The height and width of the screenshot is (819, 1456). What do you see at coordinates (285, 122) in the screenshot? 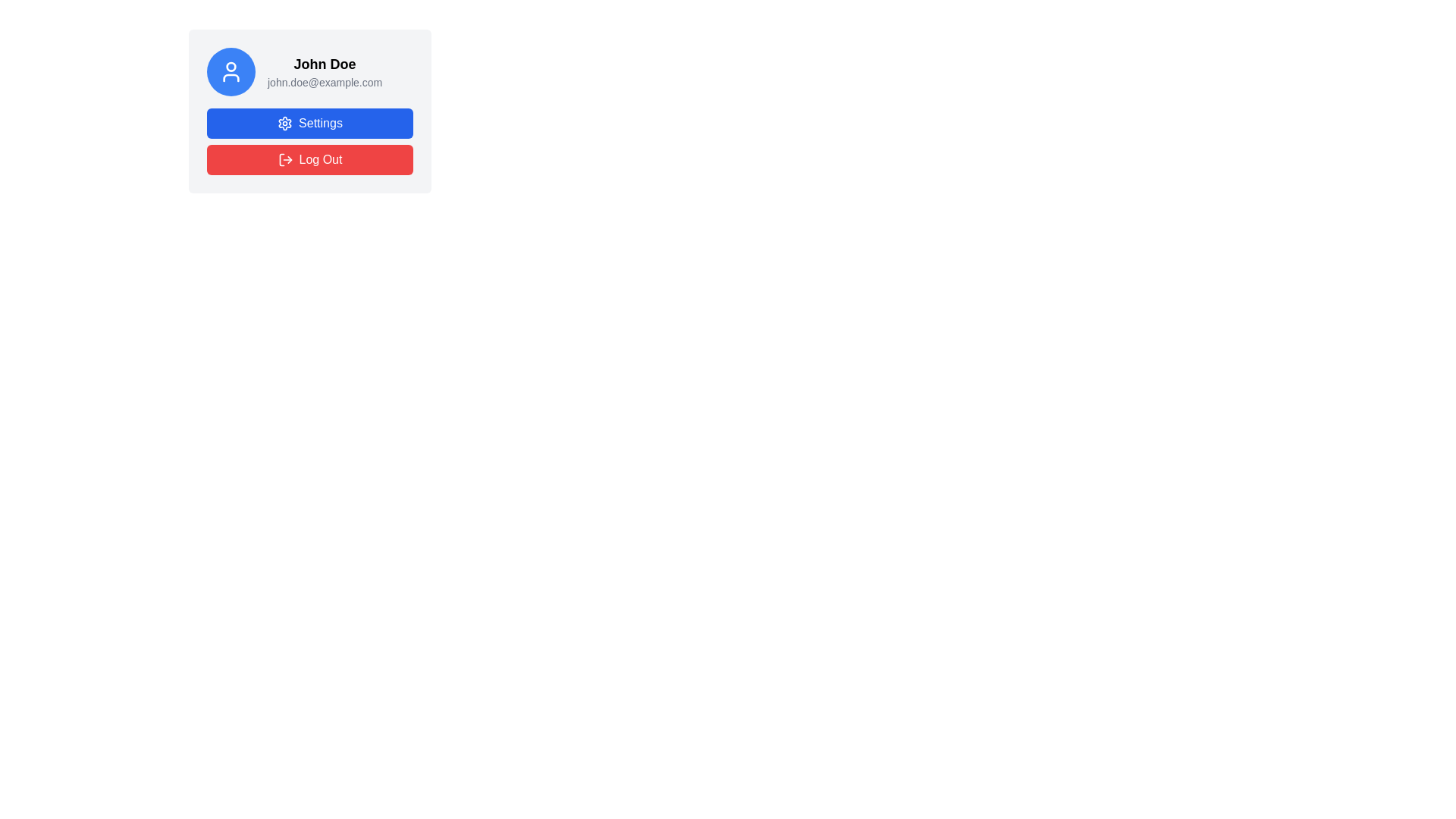
I see `the settings icon that represents configuration options, located to the left of the 'Settings' text` at bounding box center [285, 122].